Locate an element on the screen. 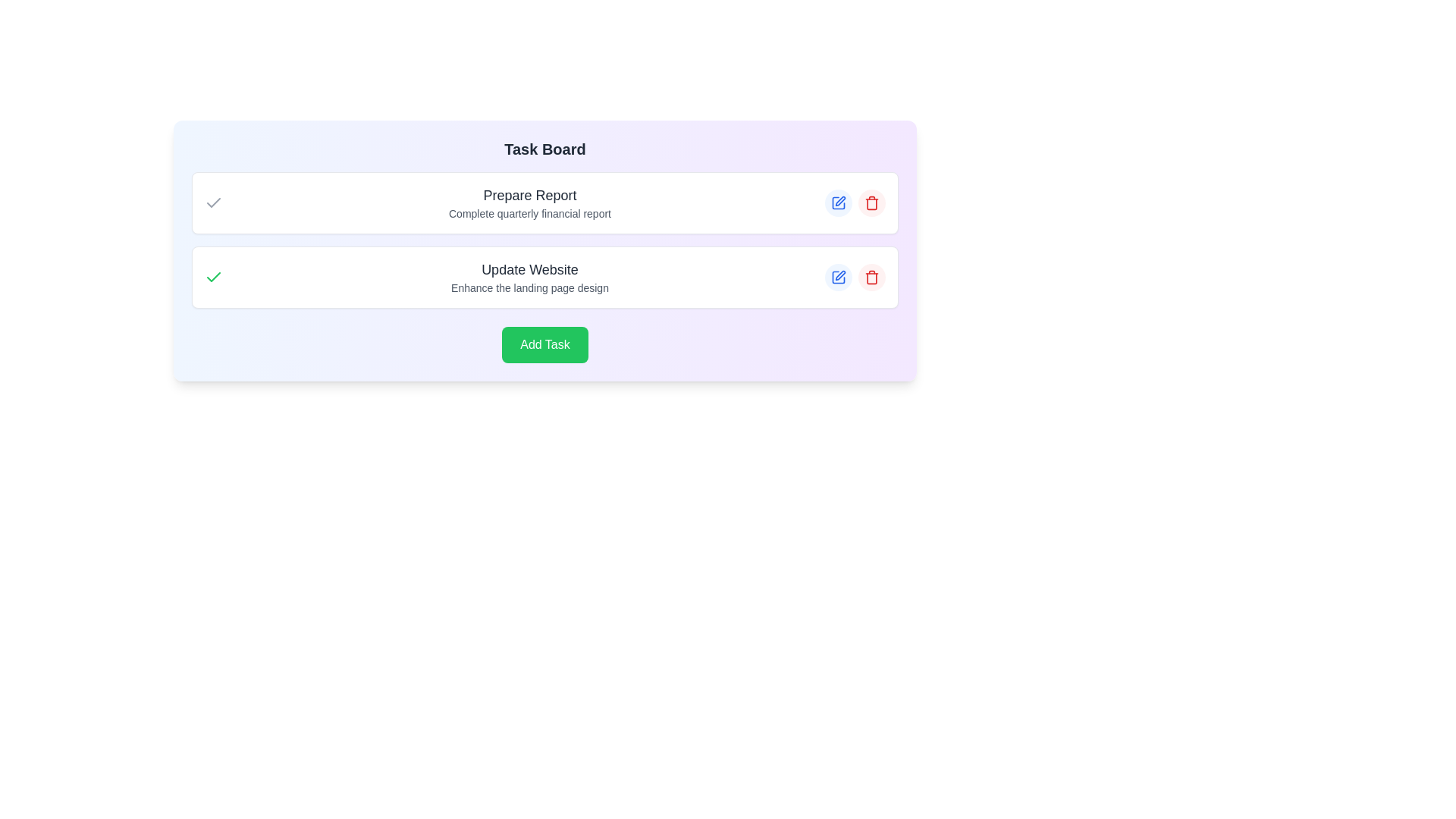  the delete button located at the far right of the task row labeled 'Update Website' is located at coordinates (872, 278).